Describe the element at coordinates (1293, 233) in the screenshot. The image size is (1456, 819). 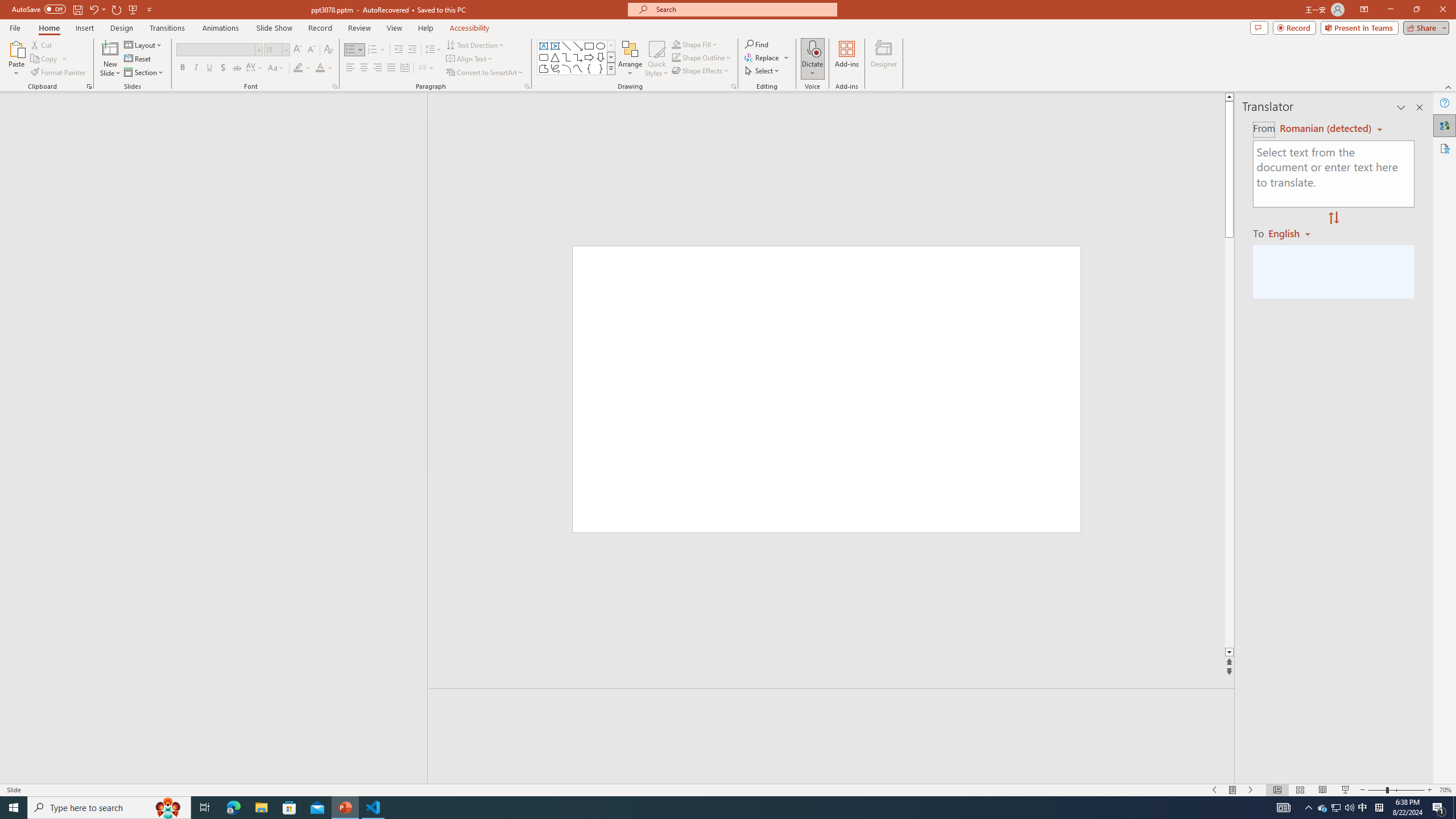
I see `'Romanian'` at that location.